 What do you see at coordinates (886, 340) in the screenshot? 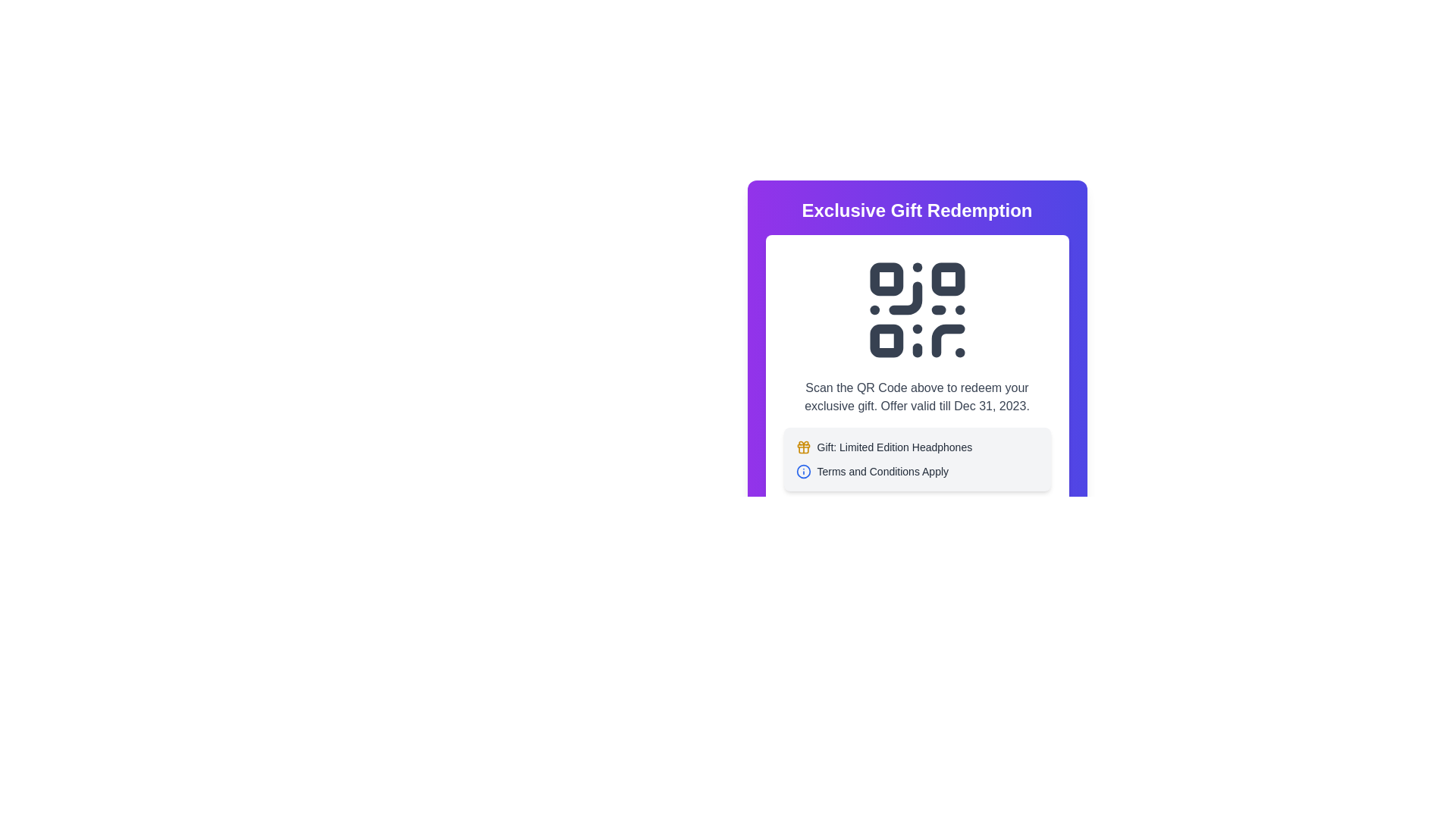
I see `the square component located in the lower-left corner of the QR code` at bounding box center [886, 340].